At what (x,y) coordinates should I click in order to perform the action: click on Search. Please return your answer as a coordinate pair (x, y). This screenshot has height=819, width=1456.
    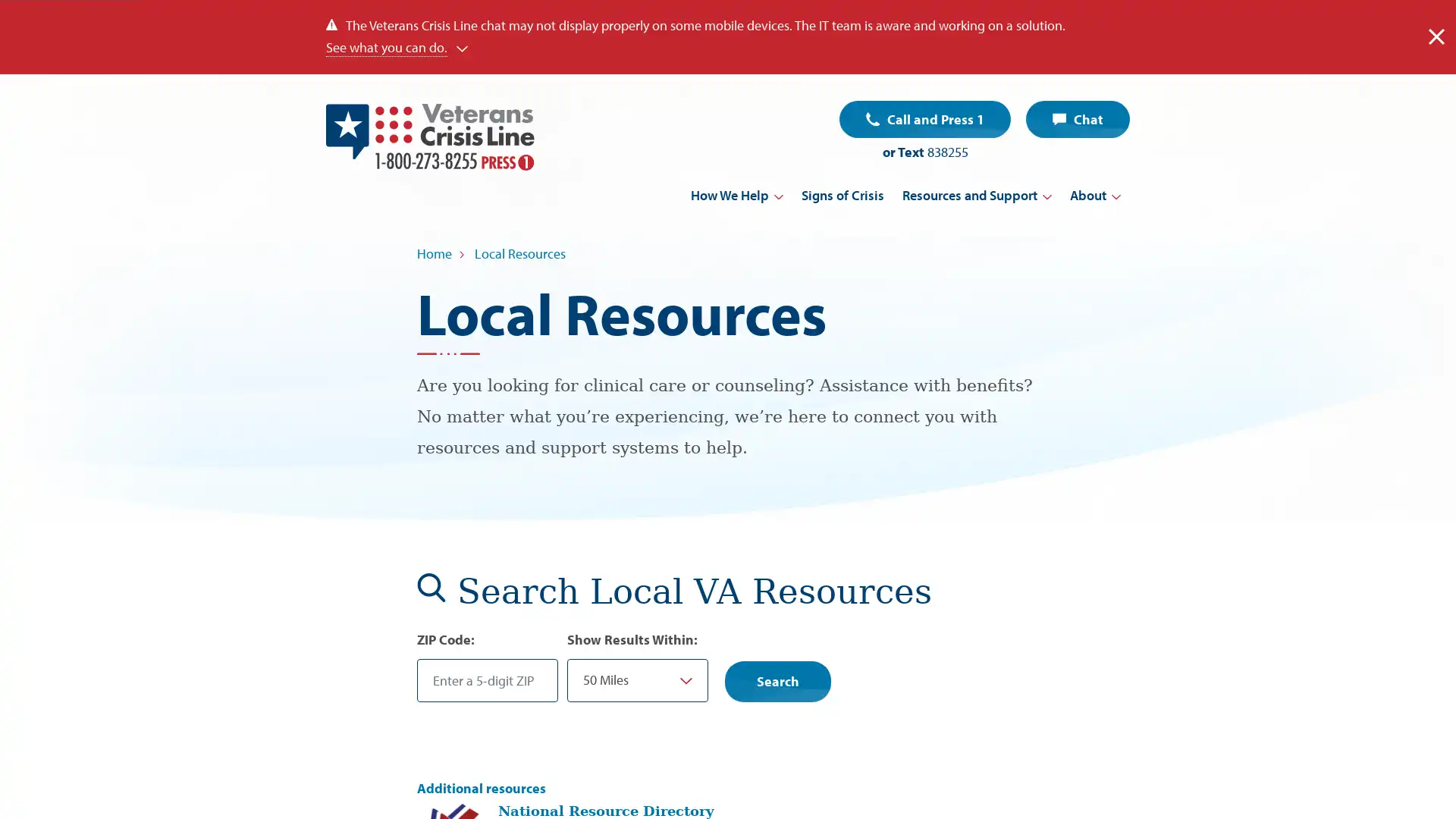
    Looking at the image, I should click on (778, 680).